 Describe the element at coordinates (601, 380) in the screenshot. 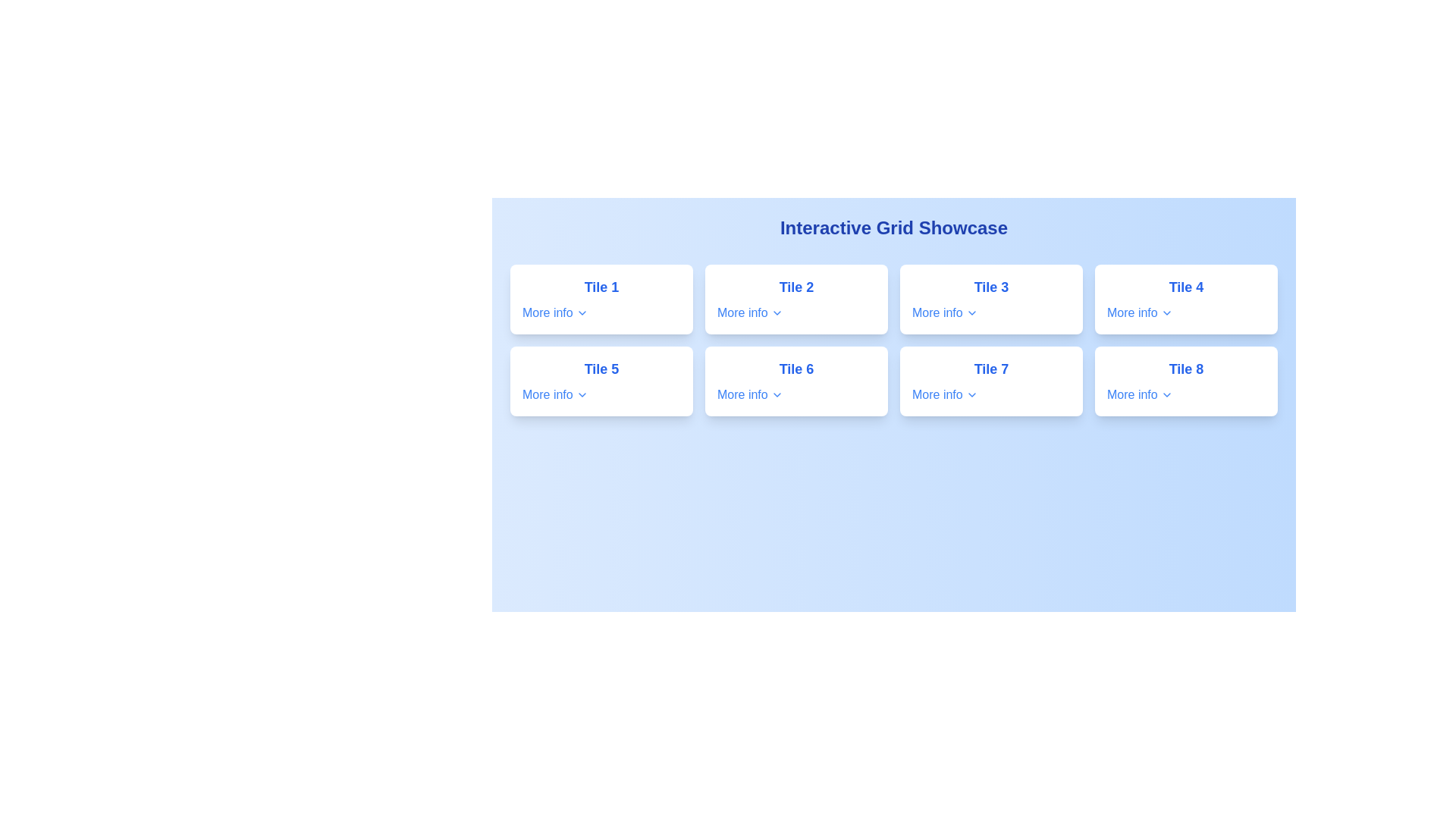

I see `the white tile labeled 'Tile 5' with a blue bold text and a smaller blue link text 'More info' to trigger a visual effect` at that location.